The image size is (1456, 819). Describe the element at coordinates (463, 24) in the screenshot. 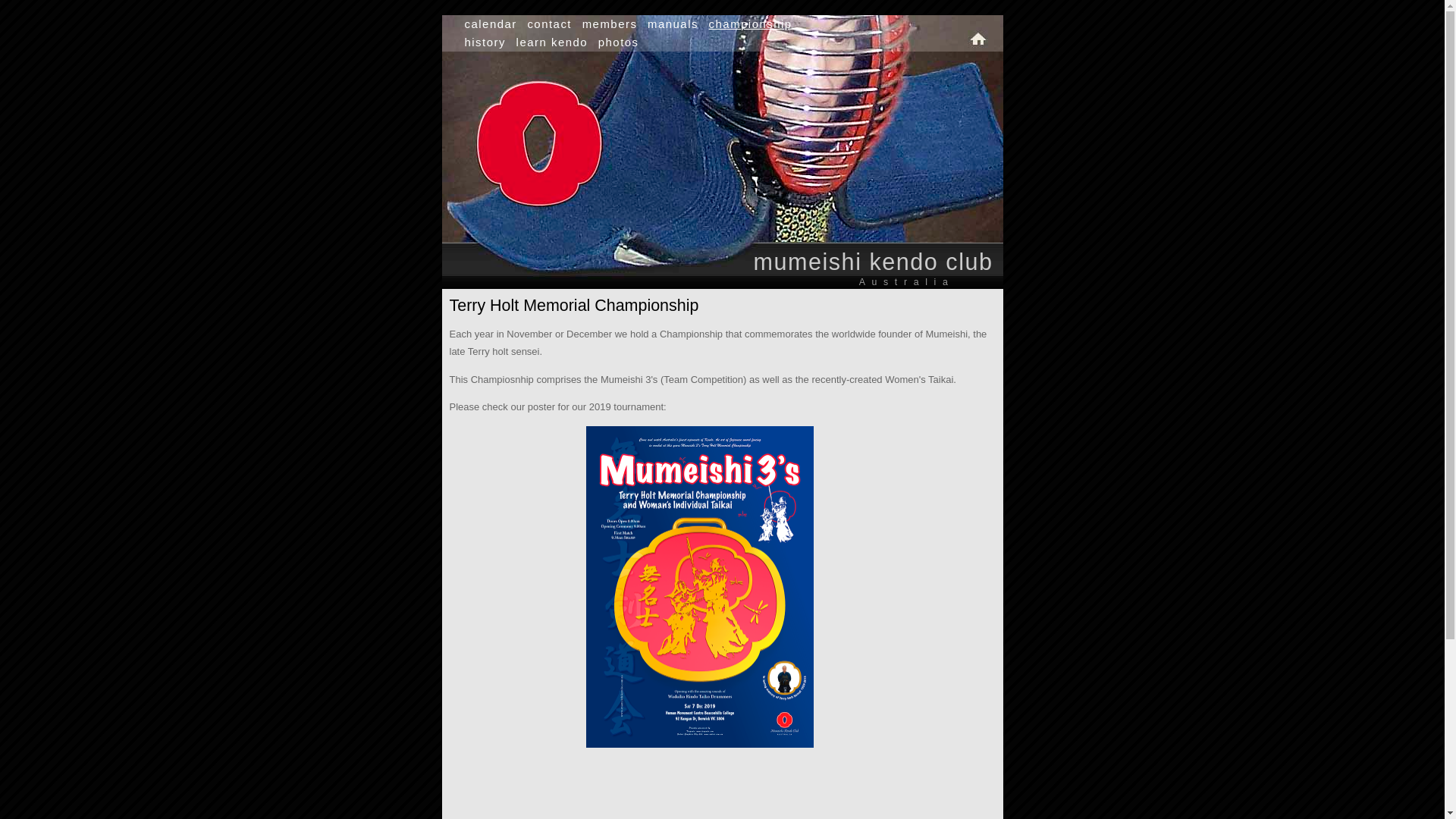

I see `'calendar'` at that location.